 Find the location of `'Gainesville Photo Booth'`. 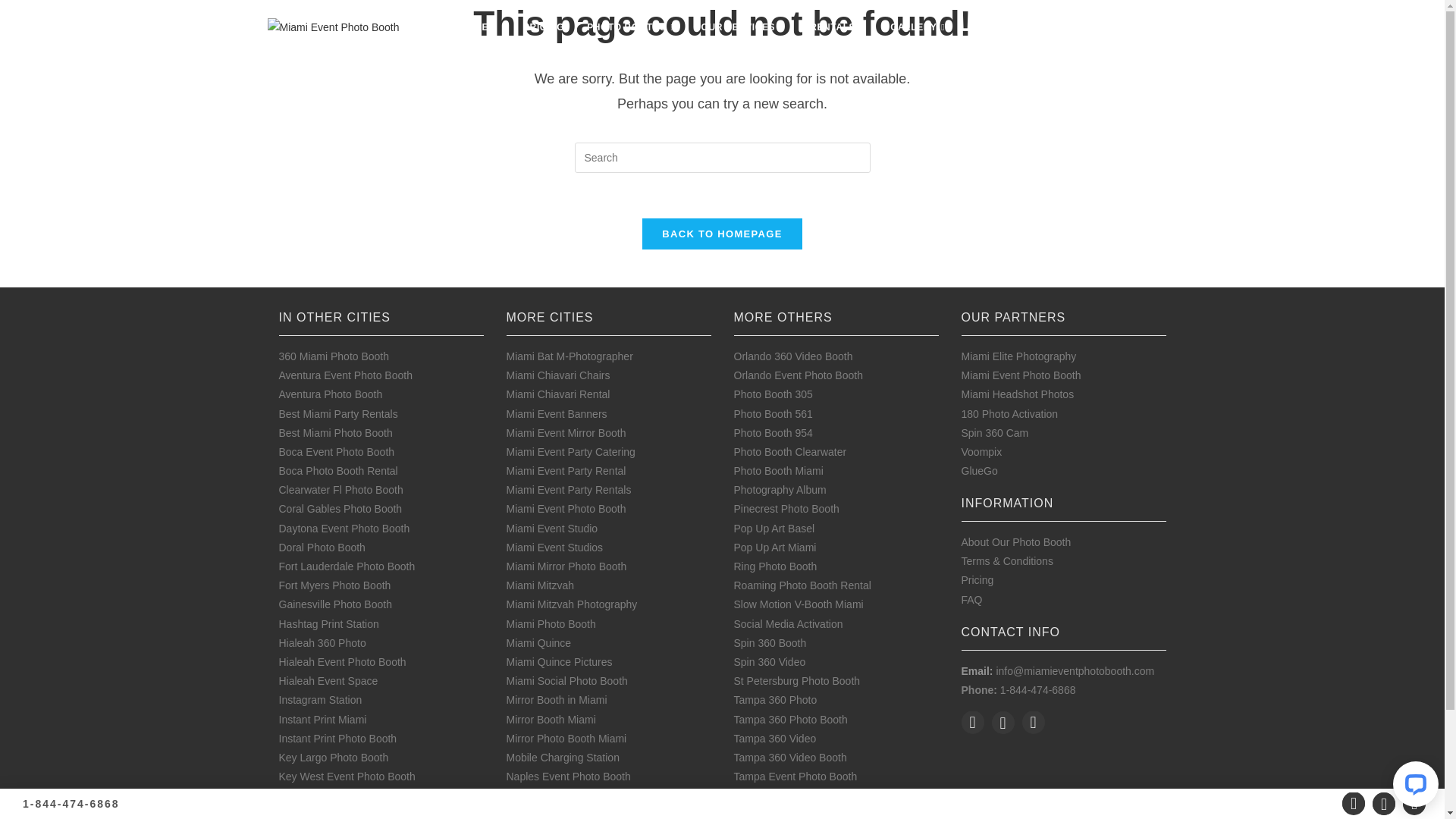

'Gainesville Photo Booth' is located at coordinates (334, 604).